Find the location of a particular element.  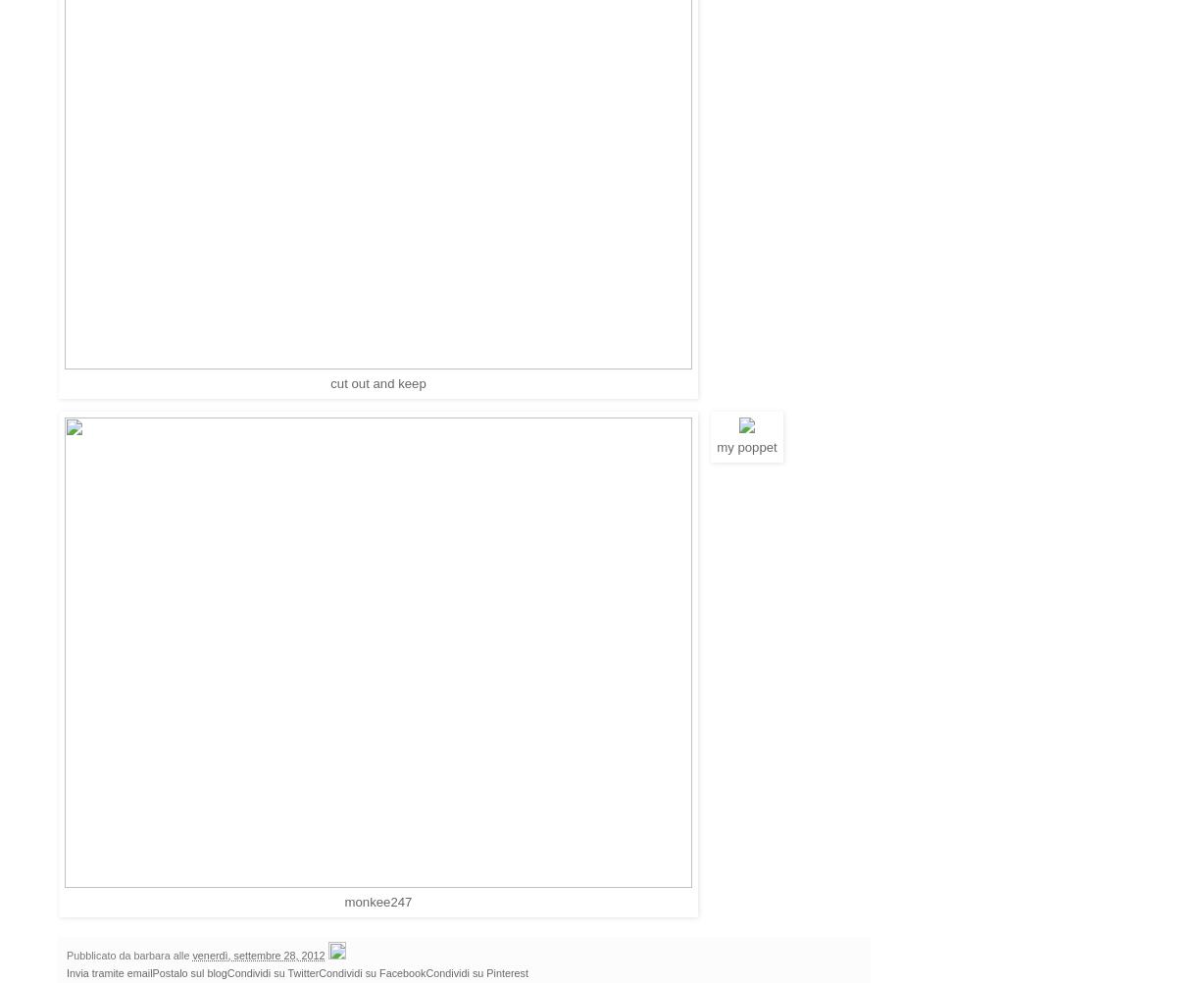

'Condividi su Twitter' is located at coordinates (272, 970).